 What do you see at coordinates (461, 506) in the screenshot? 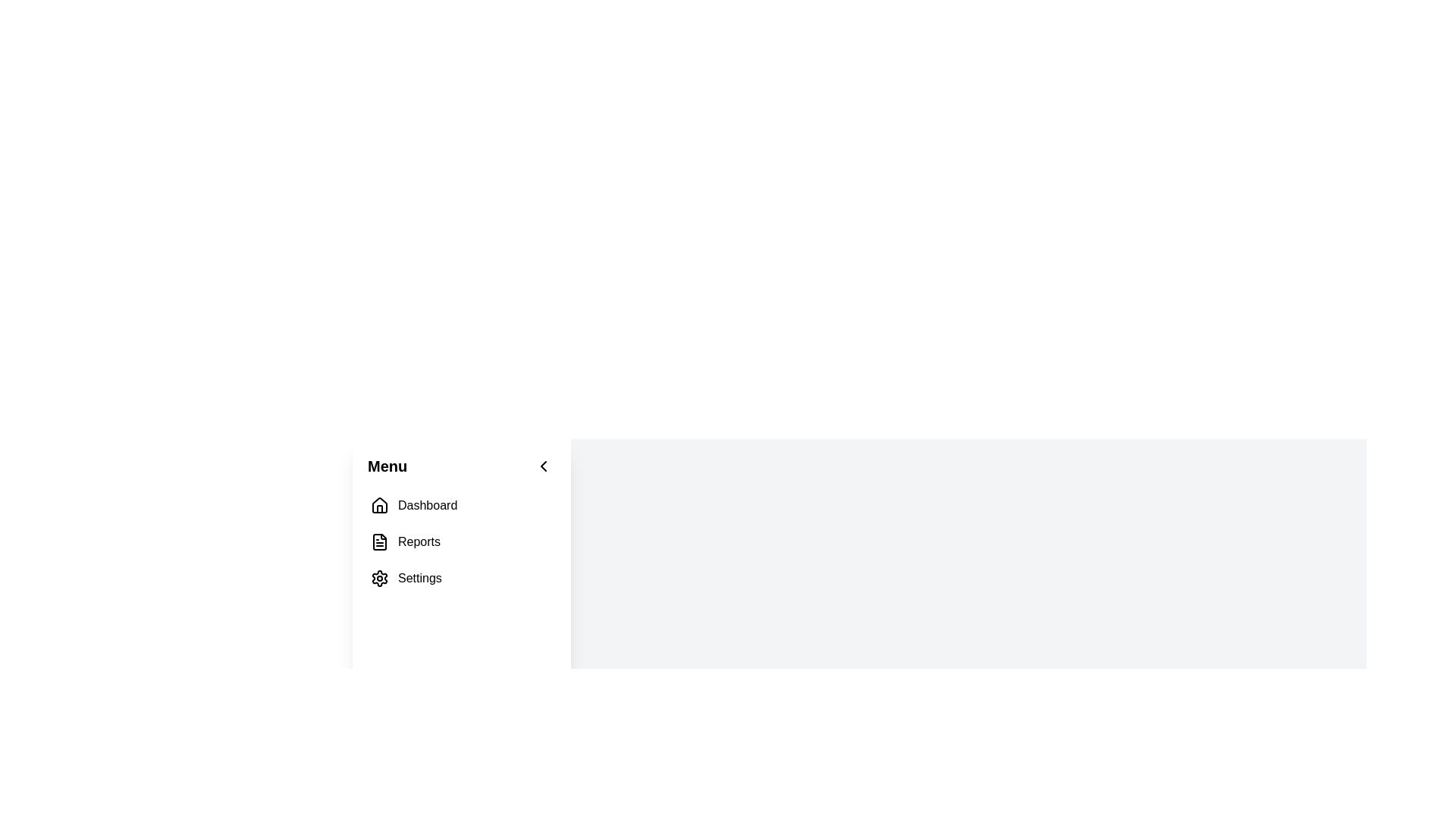
I see `the first item in the left-side navigation menu` at bounding box center [461, 506].